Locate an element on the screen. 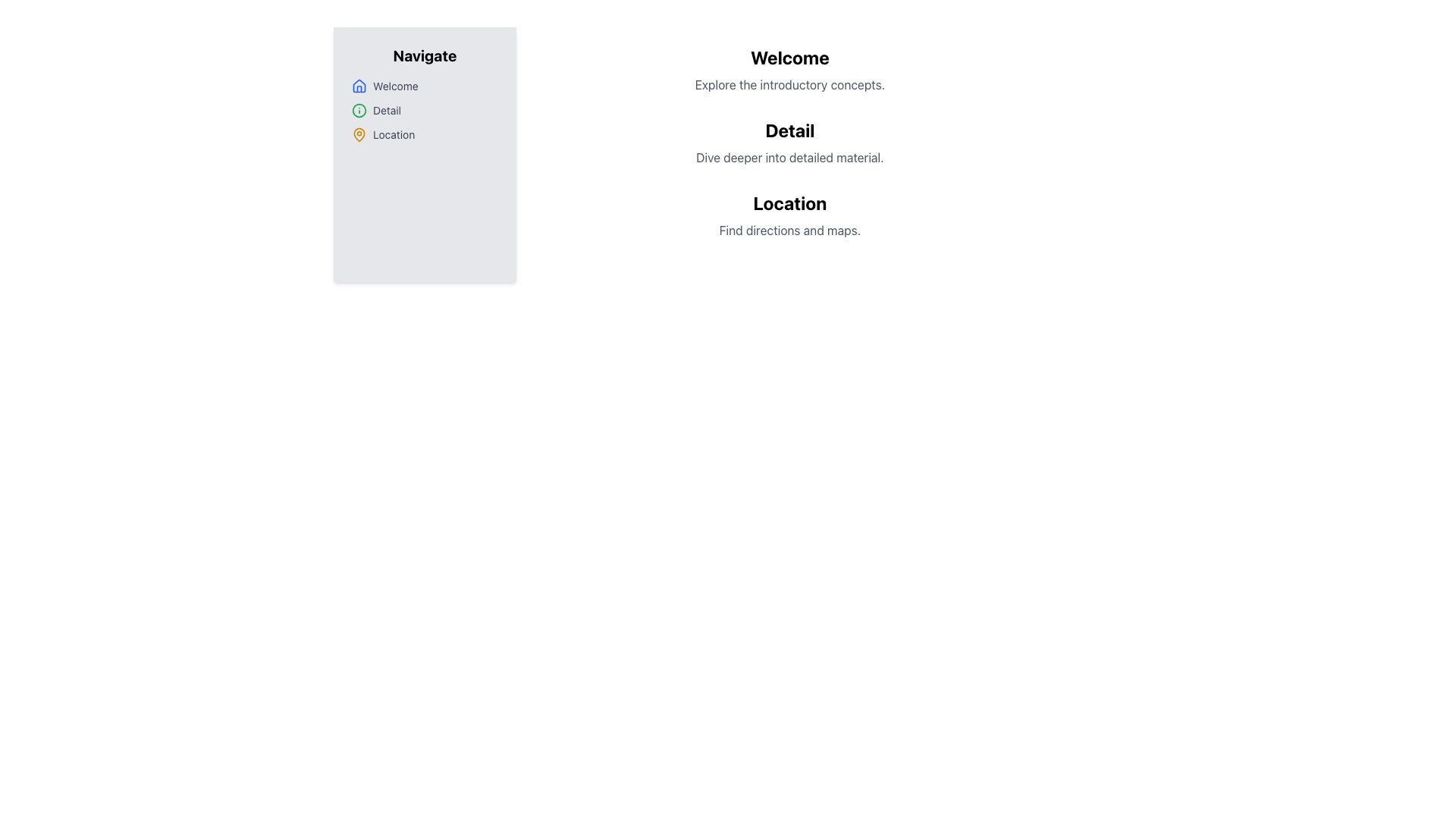 This screenshot has height=819, width=1456. the 'Location' navigation link located at the bottom of the 'Navigate' panel is located at coordinates (425, 133).